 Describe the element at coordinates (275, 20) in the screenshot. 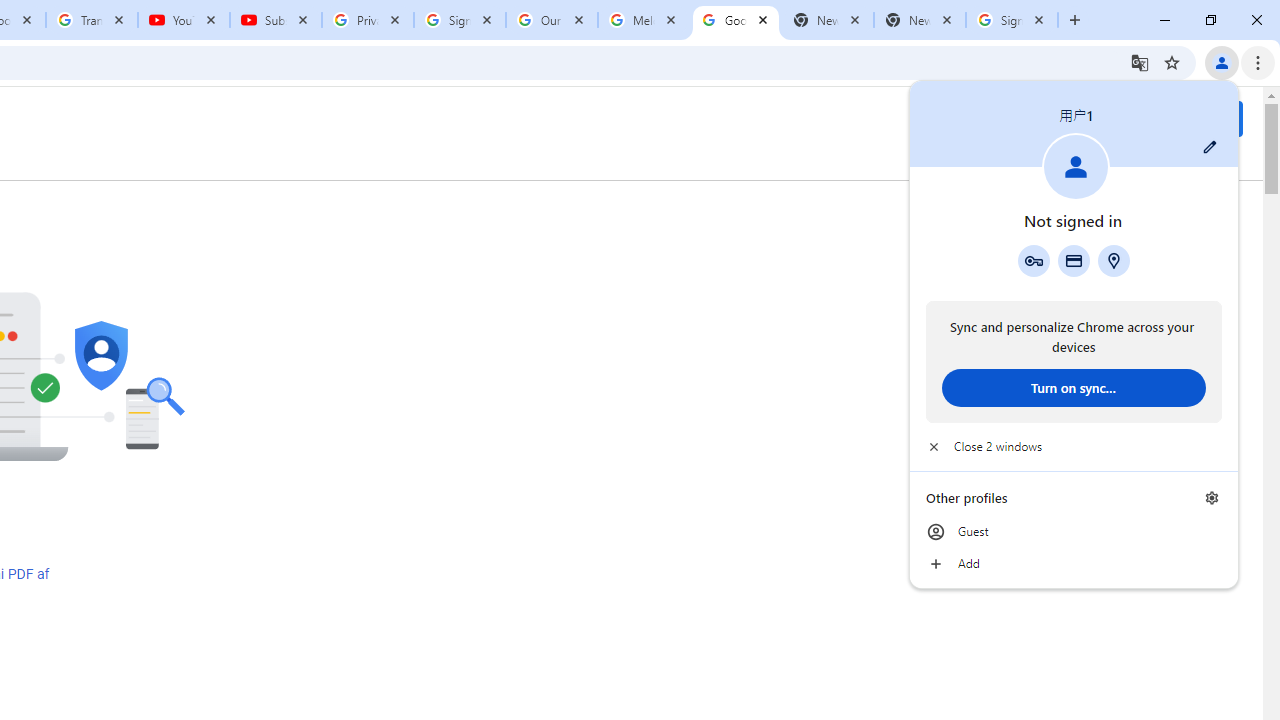

I see `'Subscriptions - YouTube'` at that location.